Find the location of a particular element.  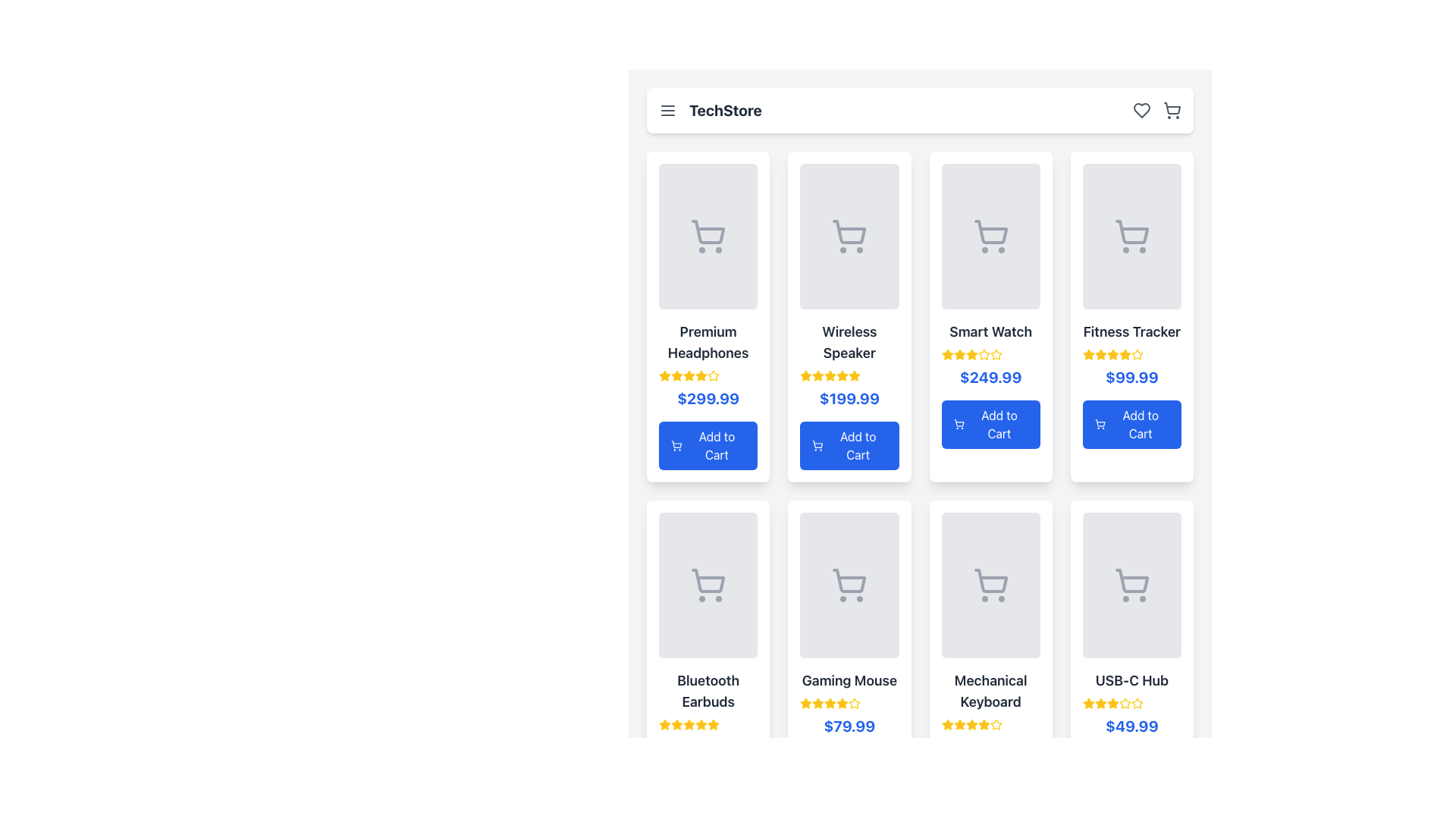

the 'Add to Cart' button containing the shopping cart icon for the 'Smart Watch' product by clicking on it is located at coordinates (958, 424).